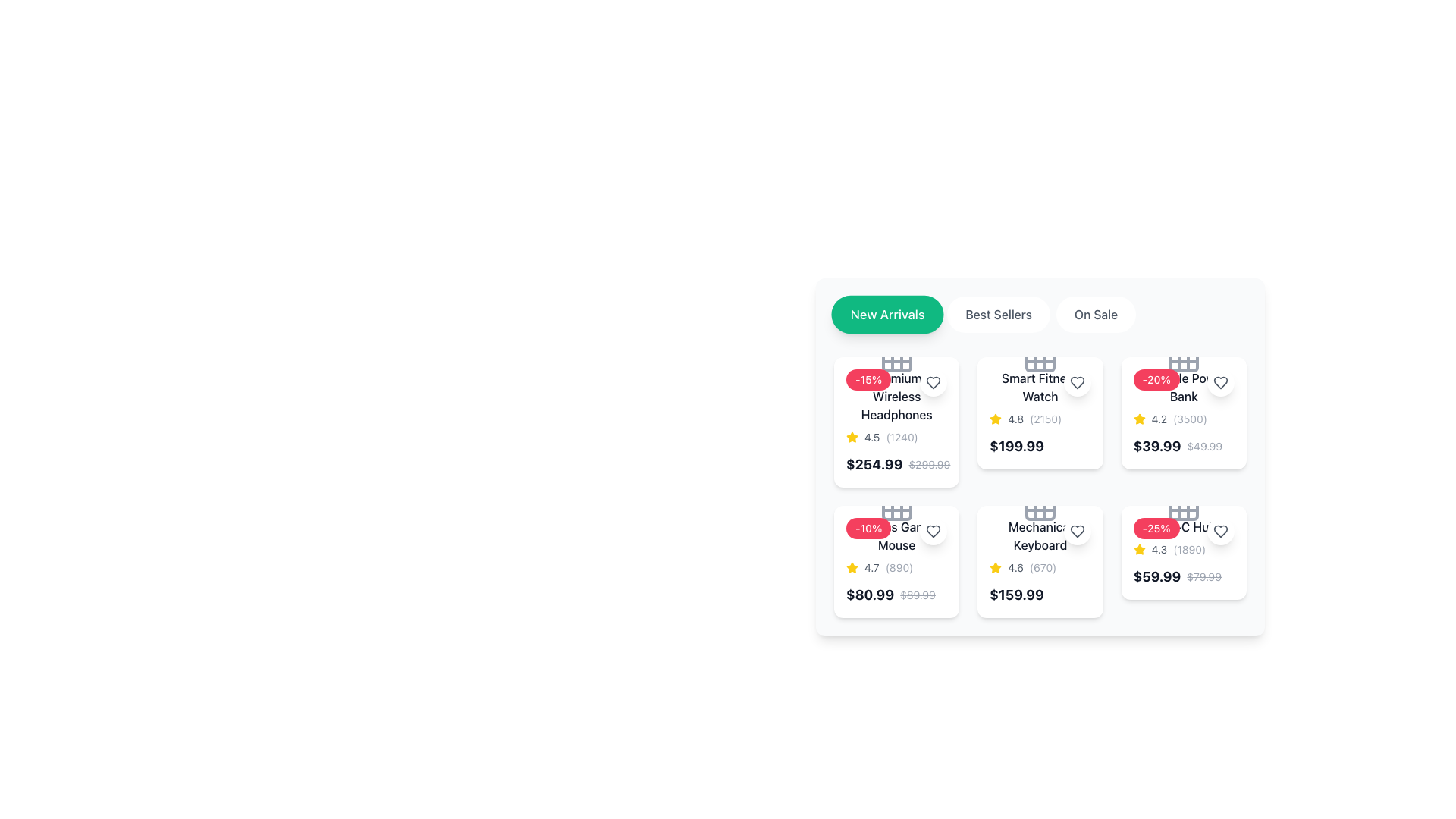  What do you see at coordinates (871, 567) in the screenshot?
I see `the numerical rating value text located in the second row of the product grid, which is part of the rating section of the second card, positioned after the star icon and before the ratings count '(890)'` at bounding box center [871, 567].